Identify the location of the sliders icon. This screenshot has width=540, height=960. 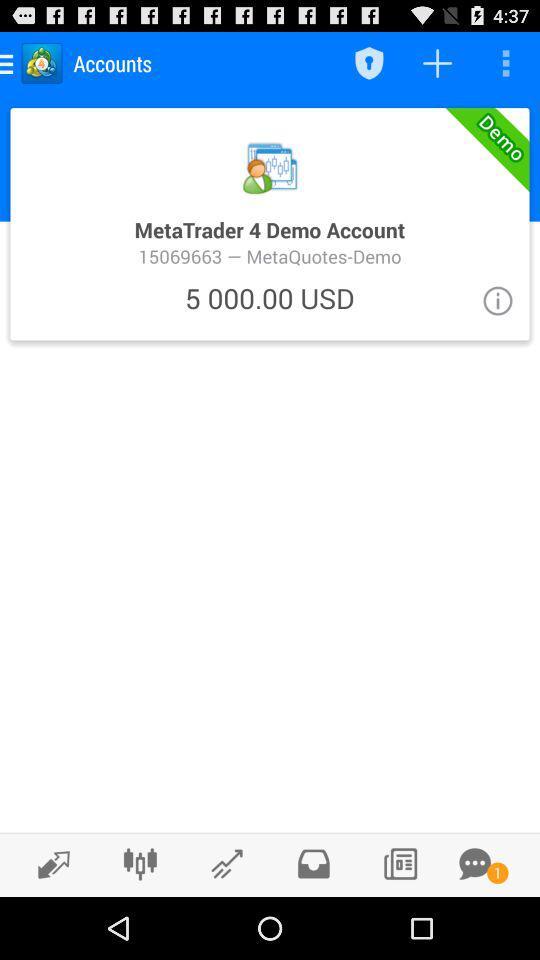
(139, 924).